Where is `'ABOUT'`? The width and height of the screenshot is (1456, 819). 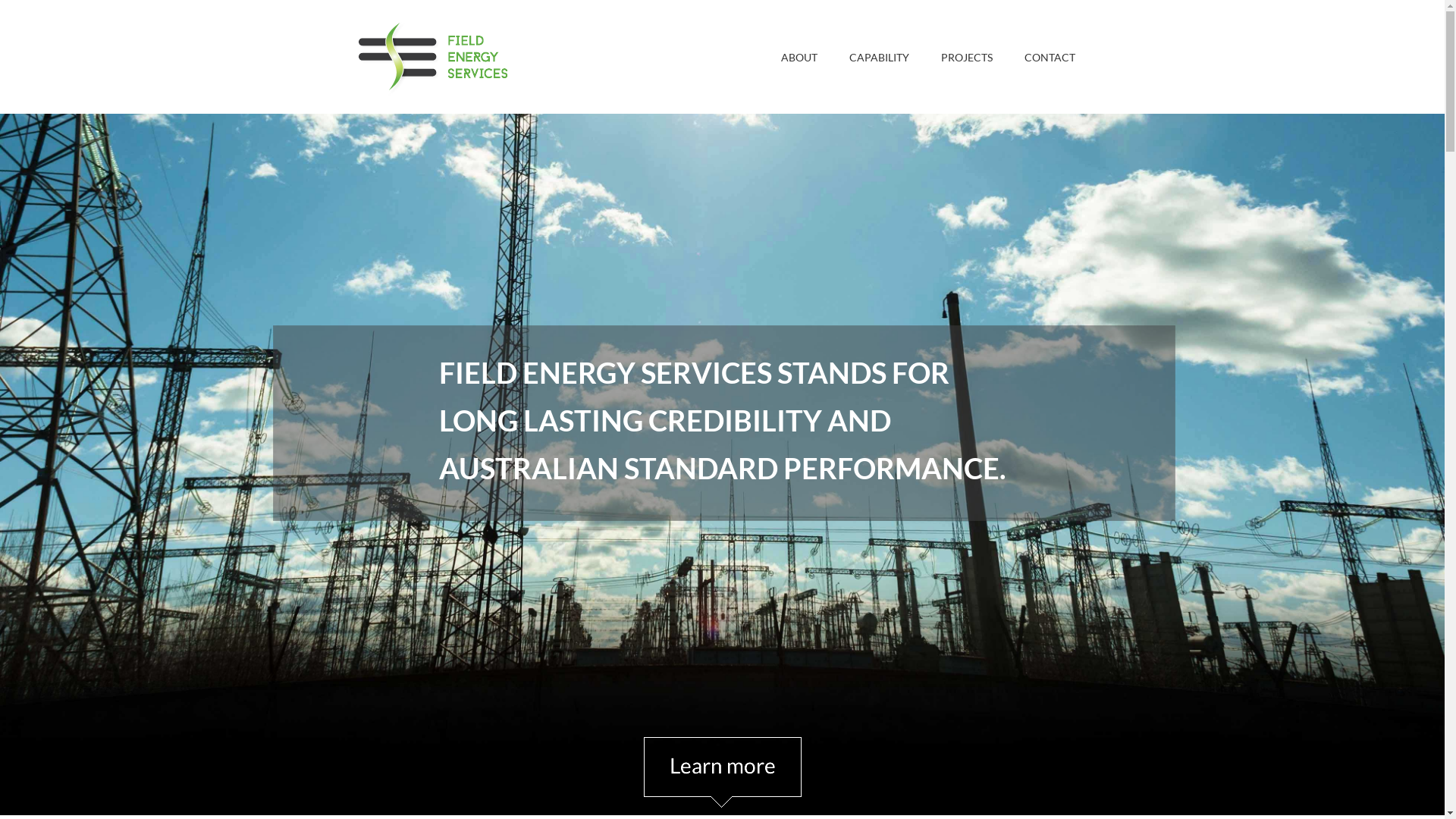
'ABOUT' is located at coordinates (799, 55).